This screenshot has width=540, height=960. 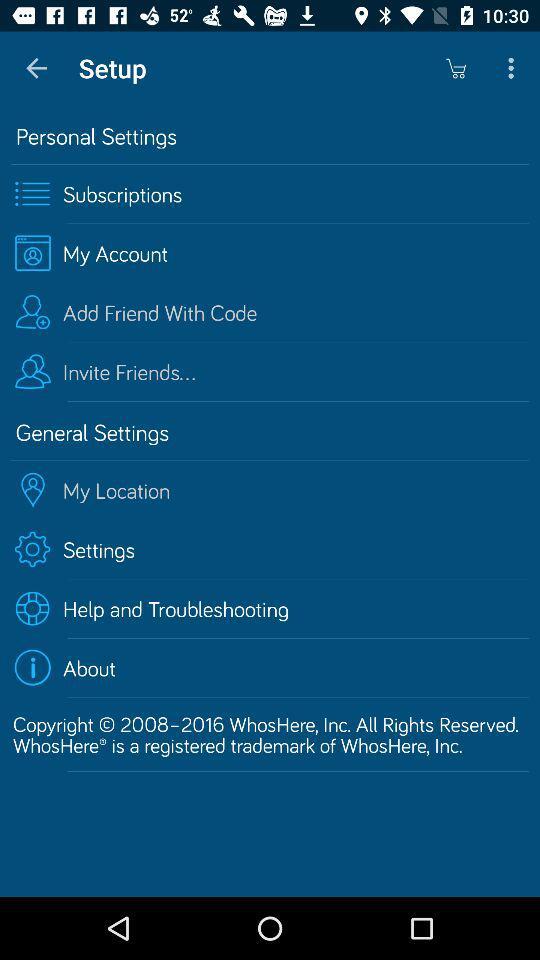 What do you see at coordinates (455, 68) in the screenshot?
I see `the icon above personal settings icon` at bounding box center [455, 68].